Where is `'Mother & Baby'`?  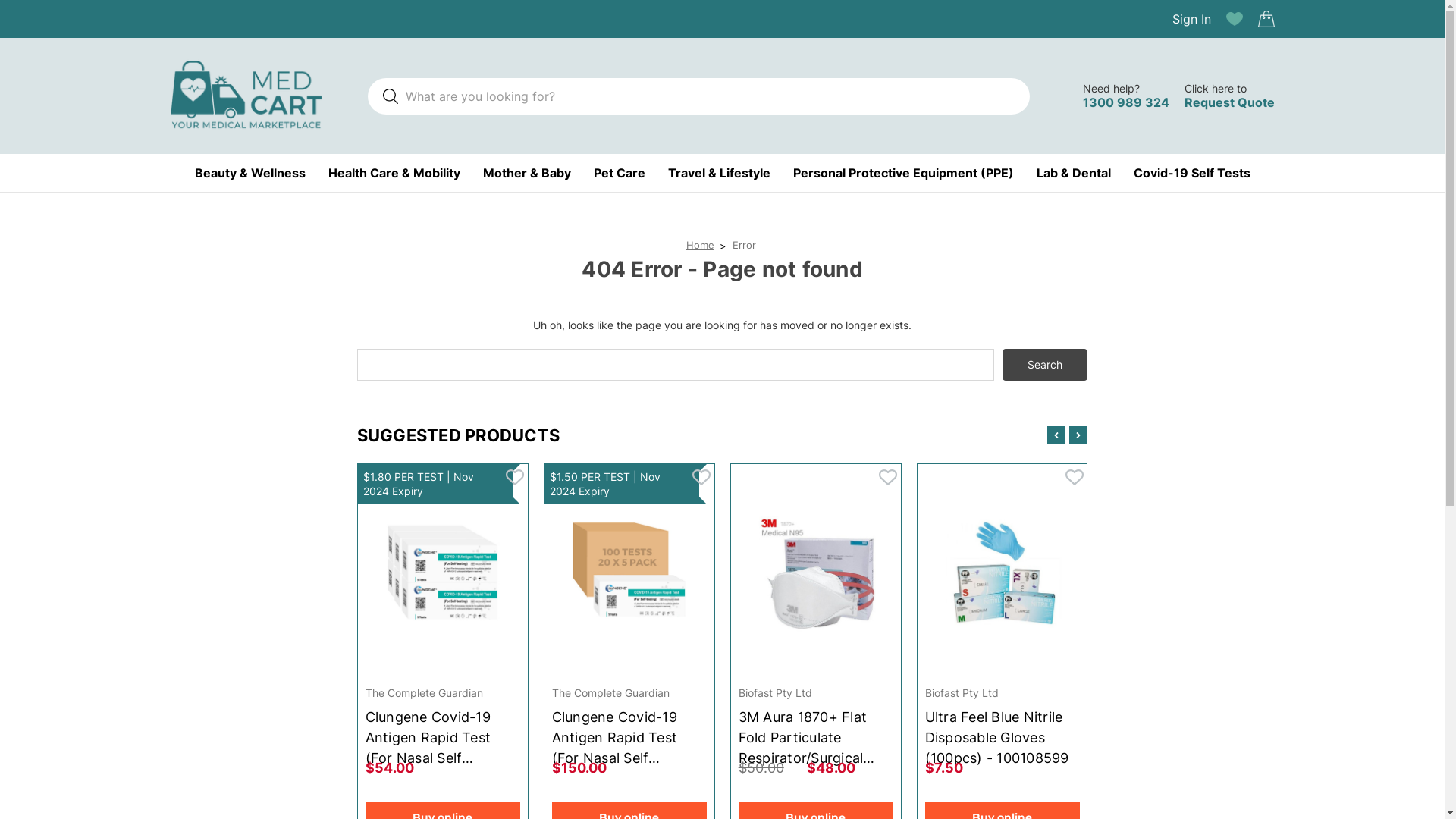 'Mother & Baby' is located at coordinates (526, 171).